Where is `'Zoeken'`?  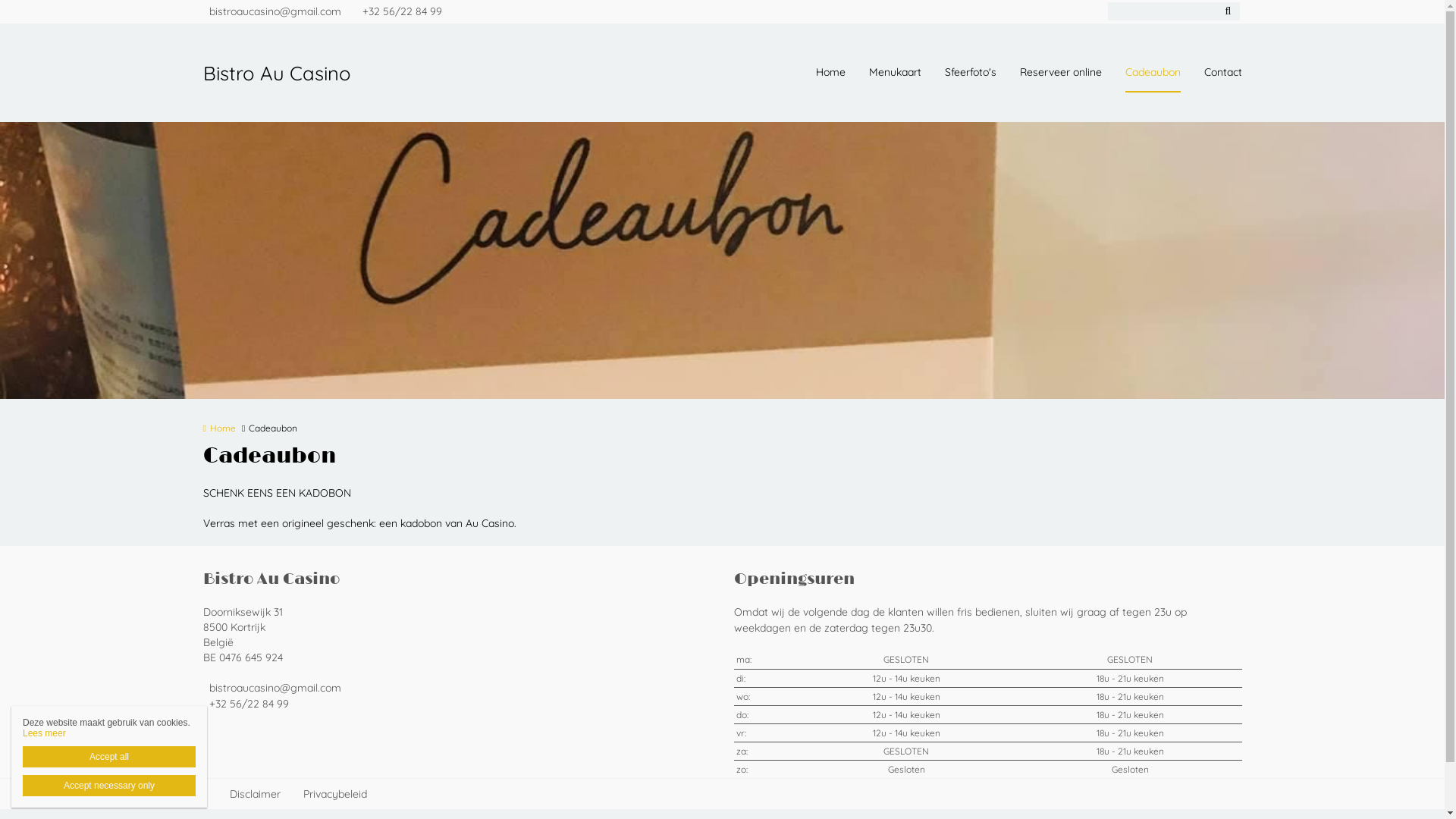
'Zoeken' is located at coordinates (1227, 11).